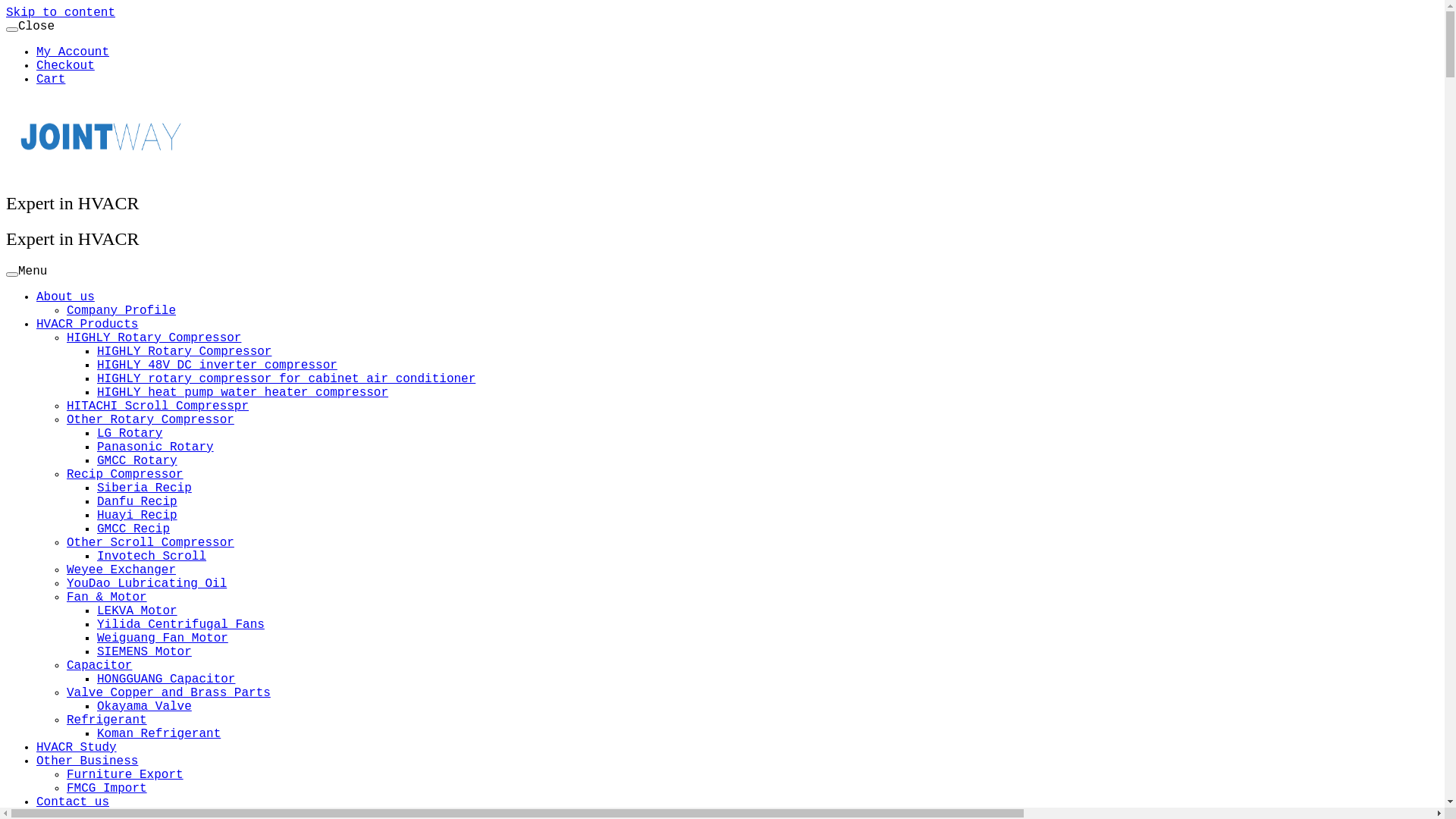 This screenshot has height=819, width=1456. I want to click on 'SIEMENS Motor', so click(96, 651).